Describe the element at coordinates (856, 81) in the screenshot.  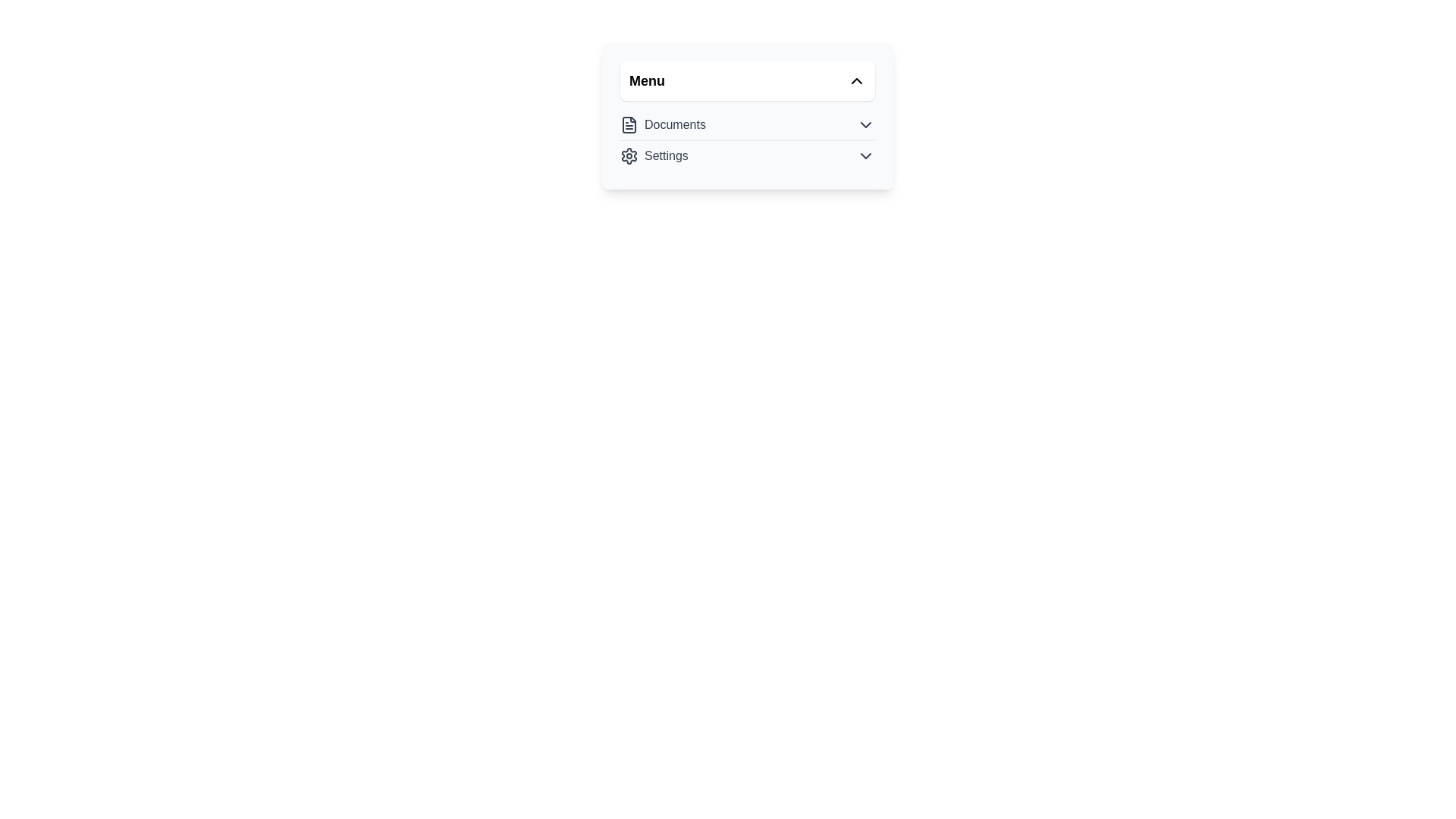
I see `the downward-pointing chevron icon next to the 'Menu' label in the header bar` at that location.